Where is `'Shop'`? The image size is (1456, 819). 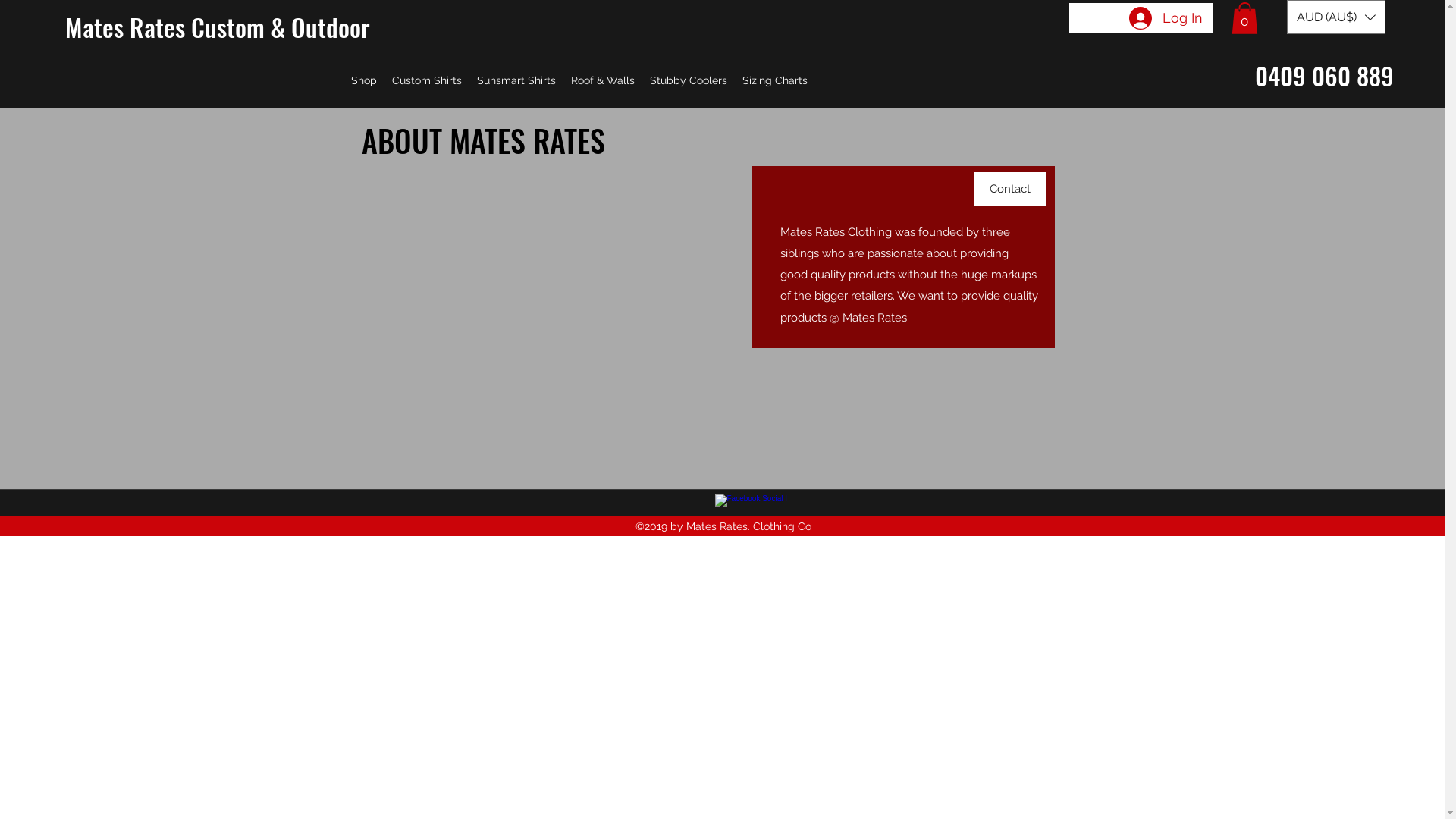
'Shop' is located at coordinates (364, 80).